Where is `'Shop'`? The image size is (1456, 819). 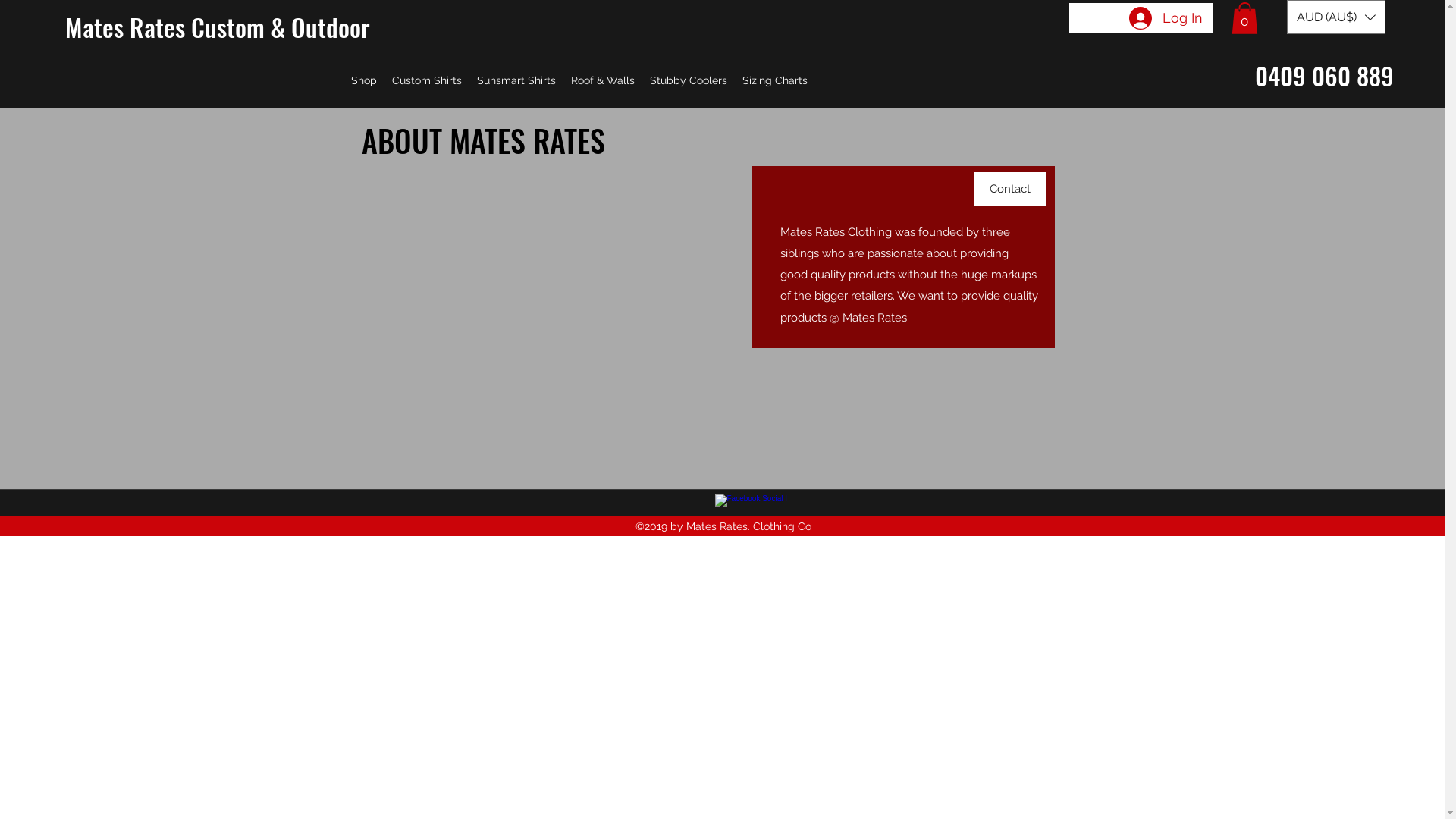
'Shop' is located at coordinates (364, 80).